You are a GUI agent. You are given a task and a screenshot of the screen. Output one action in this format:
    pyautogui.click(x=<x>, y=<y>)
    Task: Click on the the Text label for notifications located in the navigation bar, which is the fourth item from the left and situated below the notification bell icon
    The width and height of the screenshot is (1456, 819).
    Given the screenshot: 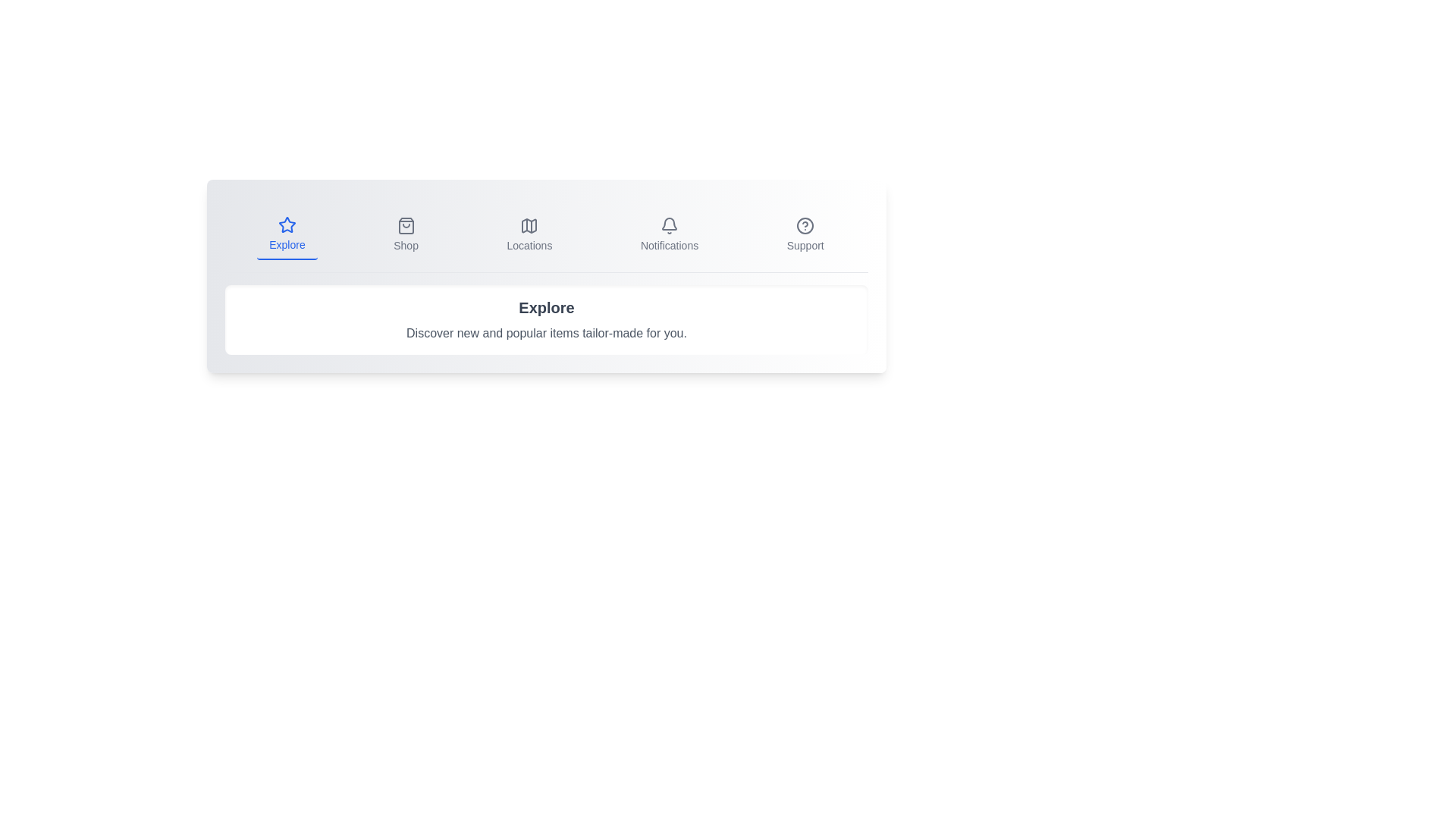 What is the action you would take?
    pyautogui.click(x=669, y=245)
    